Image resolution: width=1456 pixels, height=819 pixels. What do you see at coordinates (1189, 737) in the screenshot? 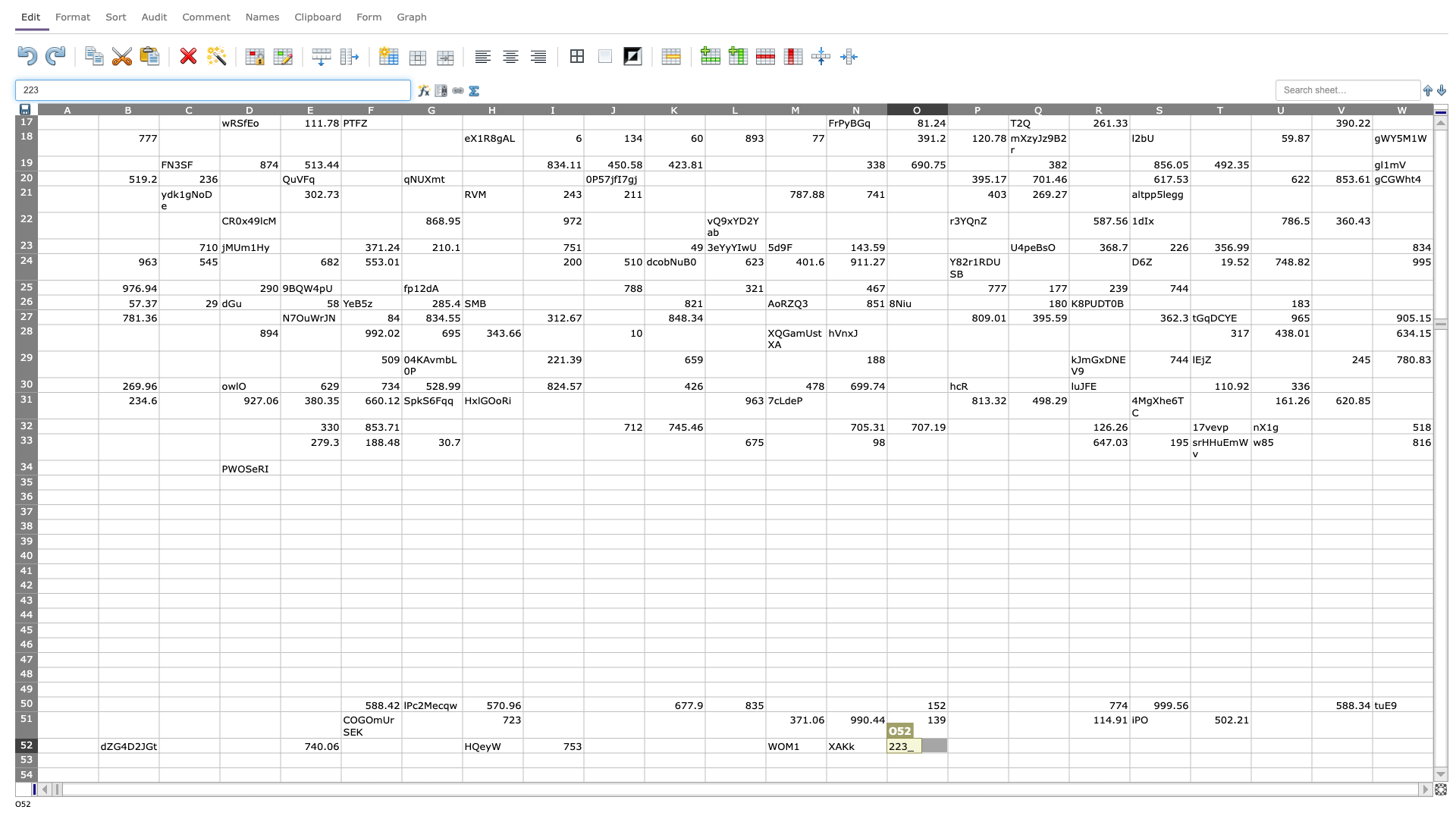
I see `Top left of cell T52` at bounding box center [1189, 737].